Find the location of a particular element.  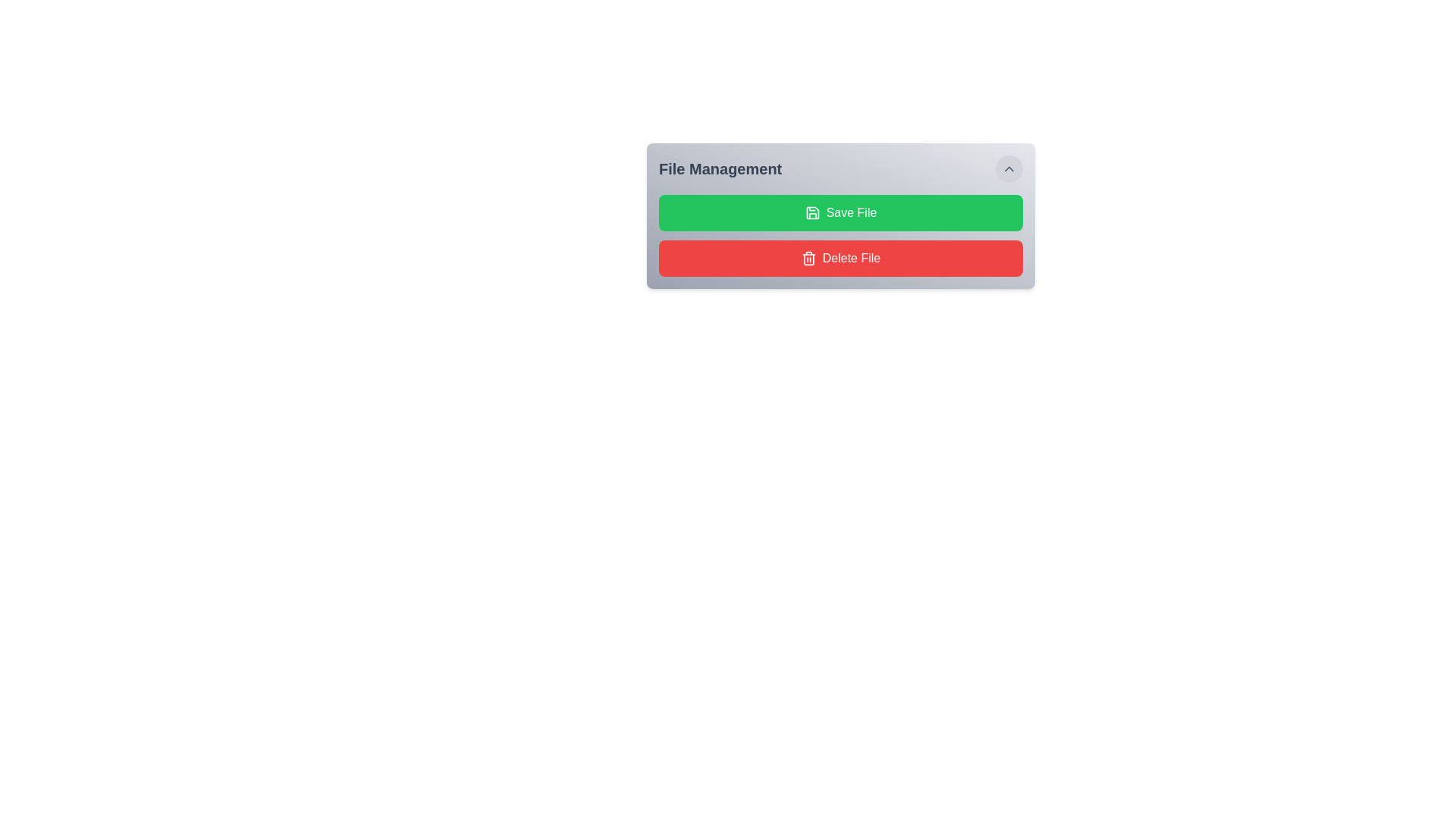

the 'Delete File' text label within the red button located beneath the green 'Save File' button in the 'File Management' section is located at coordinates (852, 257).